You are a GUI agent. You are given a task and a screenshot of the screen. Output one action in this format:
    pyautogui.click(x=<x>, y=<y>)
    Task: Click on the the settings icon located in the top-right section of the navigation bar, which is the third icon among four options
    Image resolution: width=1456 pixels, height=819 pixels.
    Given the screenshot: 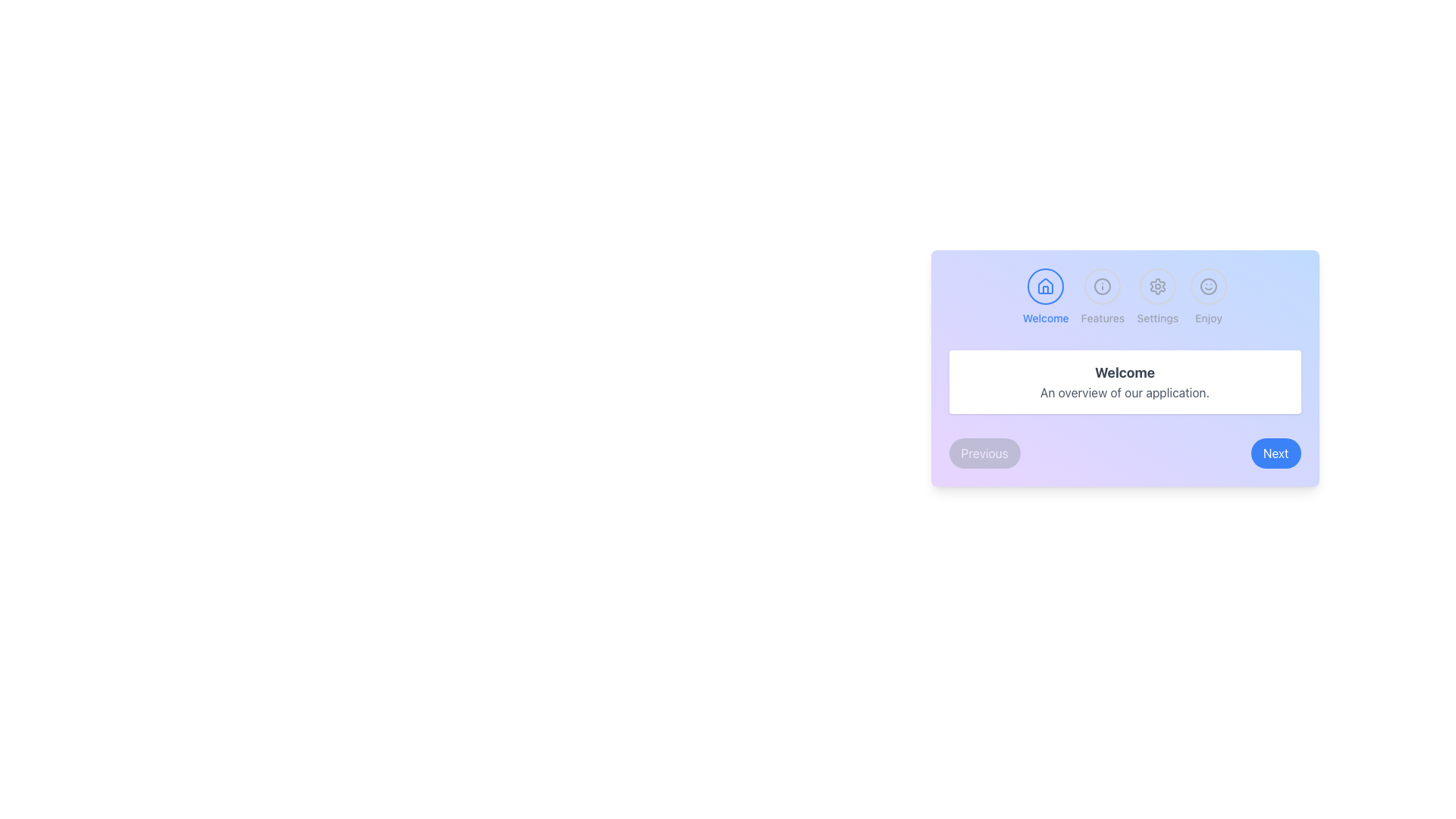 What is the action you would take?
    pyautogui.click(x=1156, y=287)
    